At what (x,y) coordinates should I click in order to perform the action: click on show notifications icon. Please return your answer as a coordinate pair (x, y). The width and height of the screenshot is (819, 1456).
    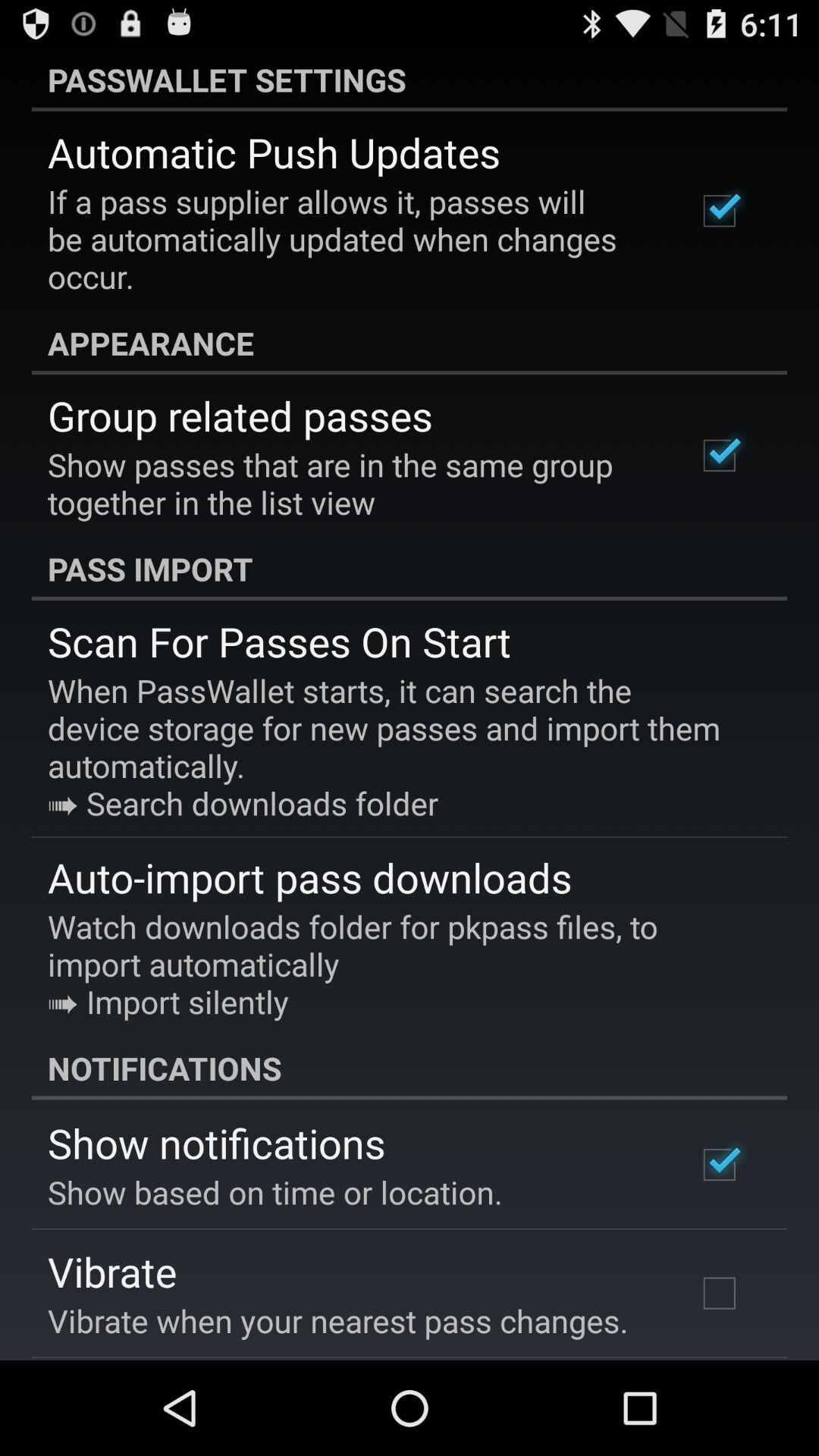
    Looking at the image, I should click on (216, 1143).